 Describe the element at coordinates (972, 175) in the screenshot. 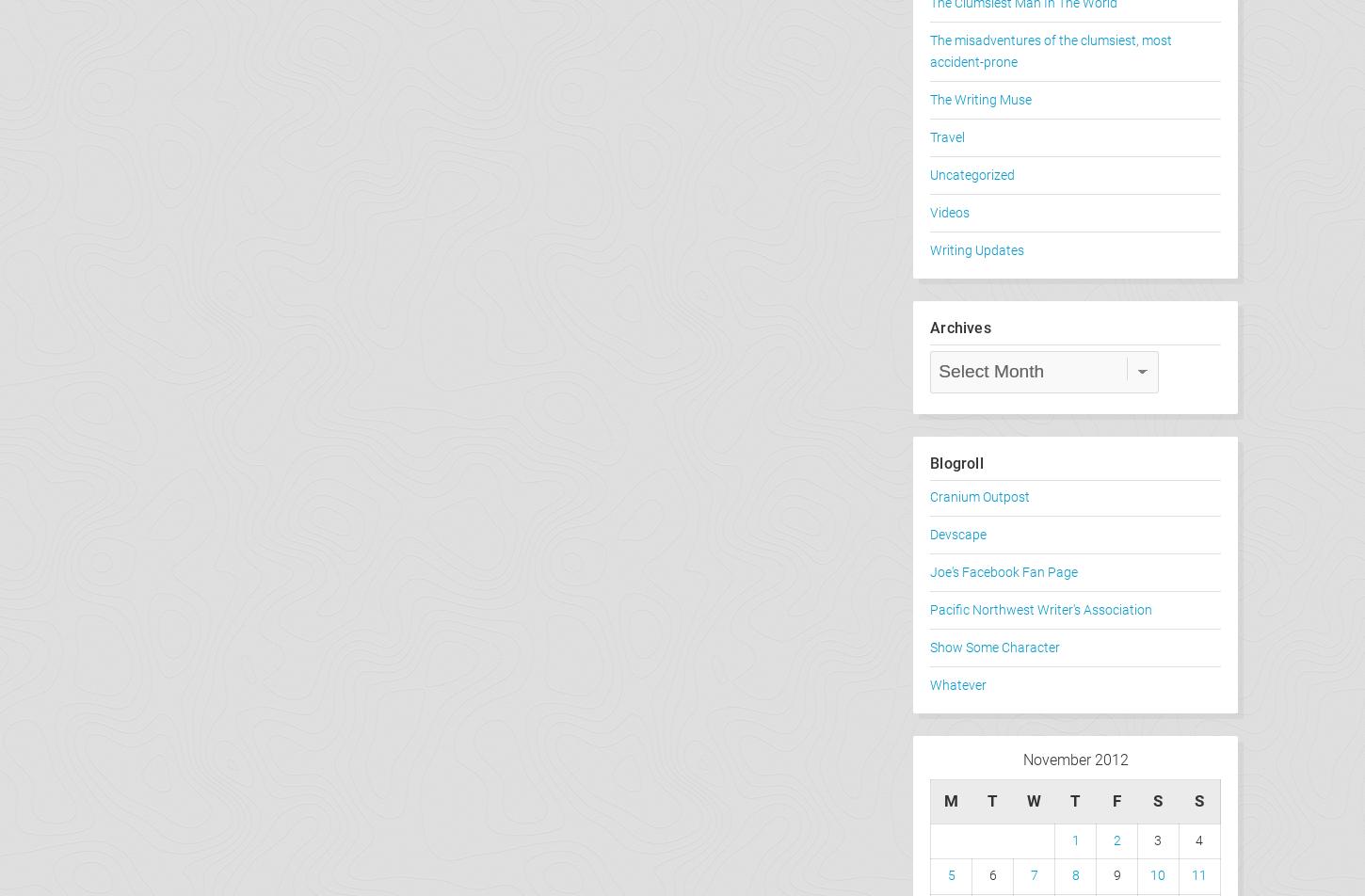

I see `'Uncategorized'` at that location.